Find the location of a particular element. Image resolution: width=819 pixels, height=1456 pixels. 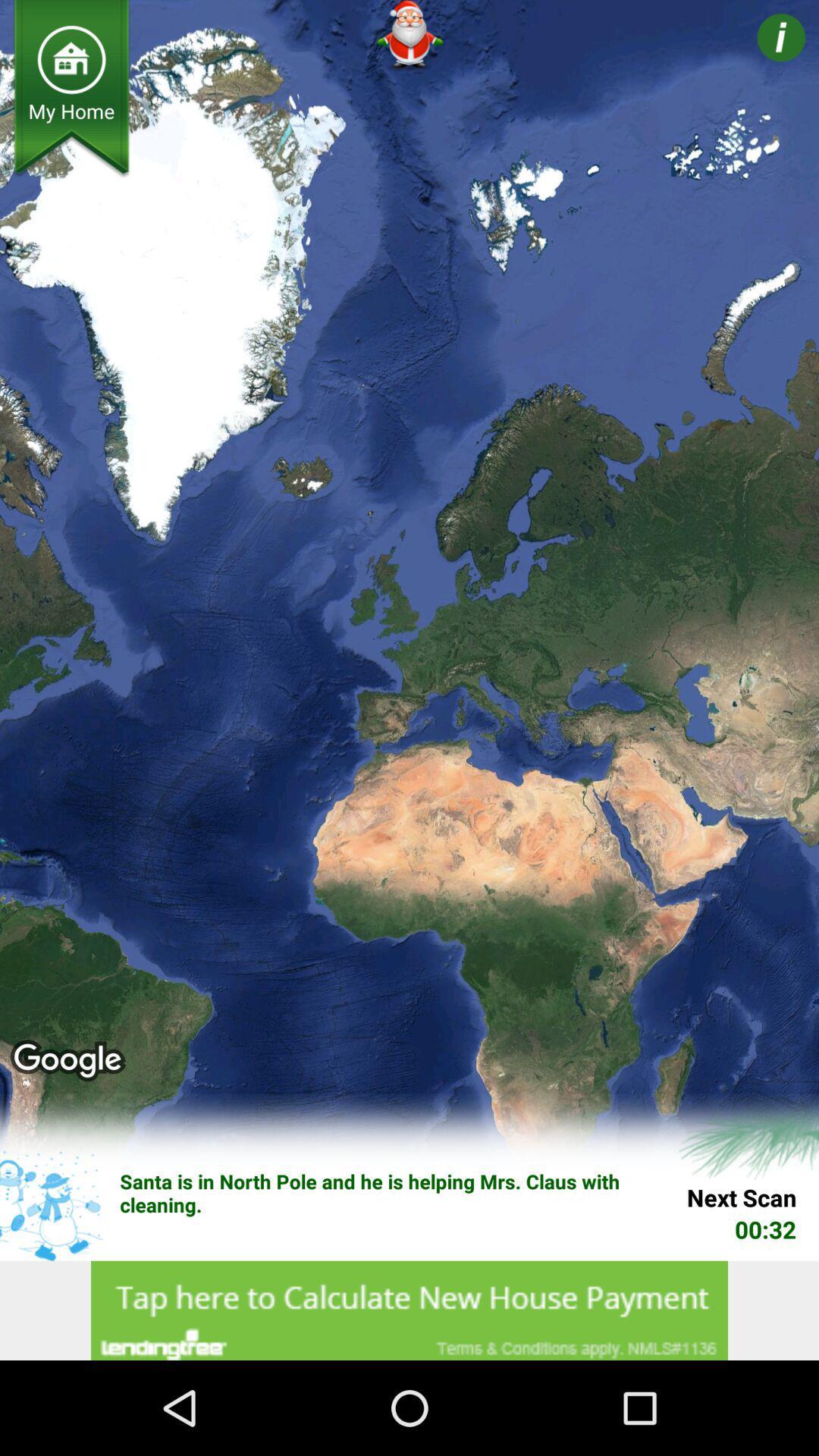

advertisements option is located at coordinates (409, 1310).